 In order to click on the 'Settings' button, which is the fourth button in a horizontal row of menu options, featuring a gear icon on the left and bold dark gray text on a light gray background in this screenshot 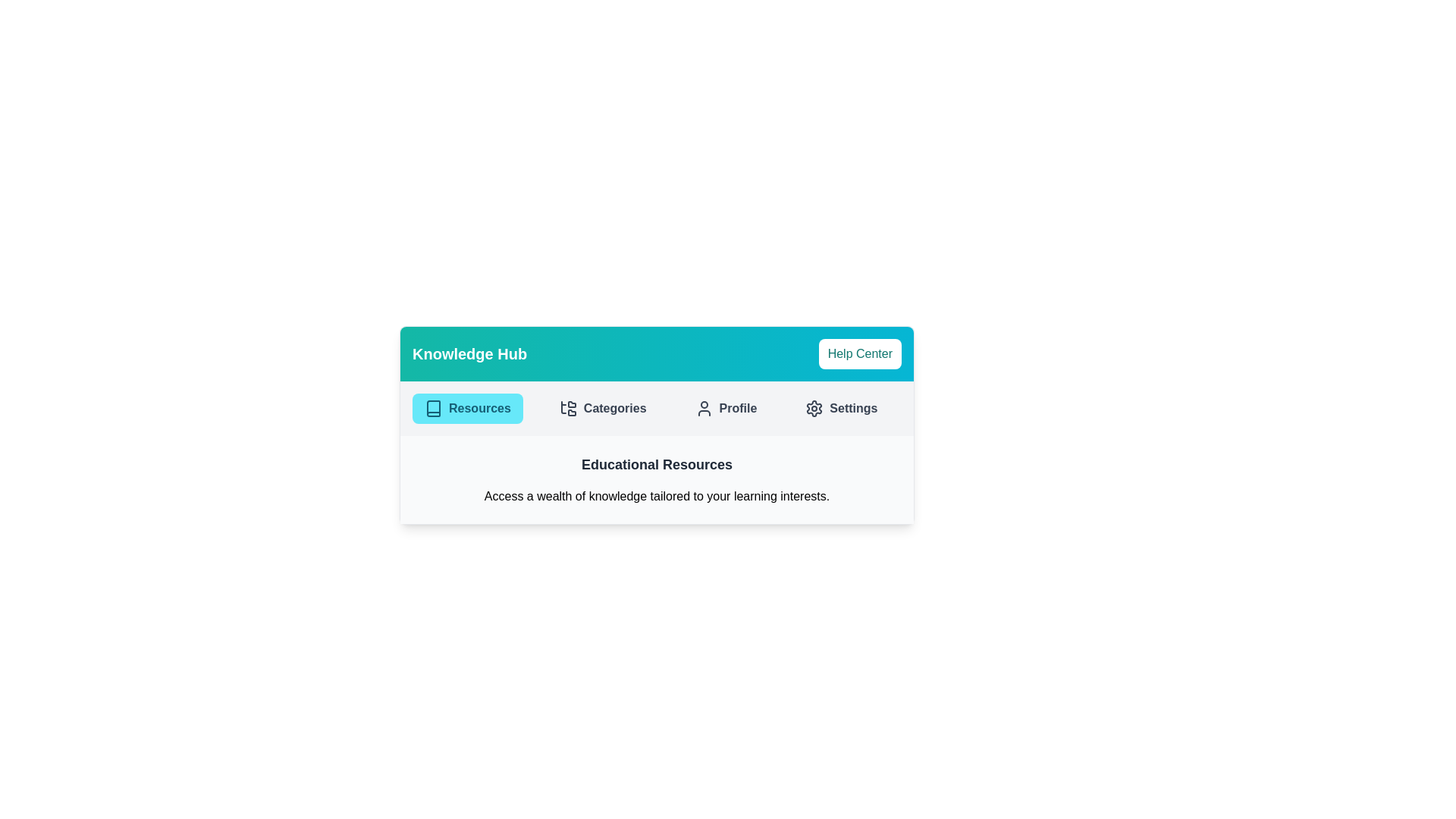, I will do `click(840, 408)`.